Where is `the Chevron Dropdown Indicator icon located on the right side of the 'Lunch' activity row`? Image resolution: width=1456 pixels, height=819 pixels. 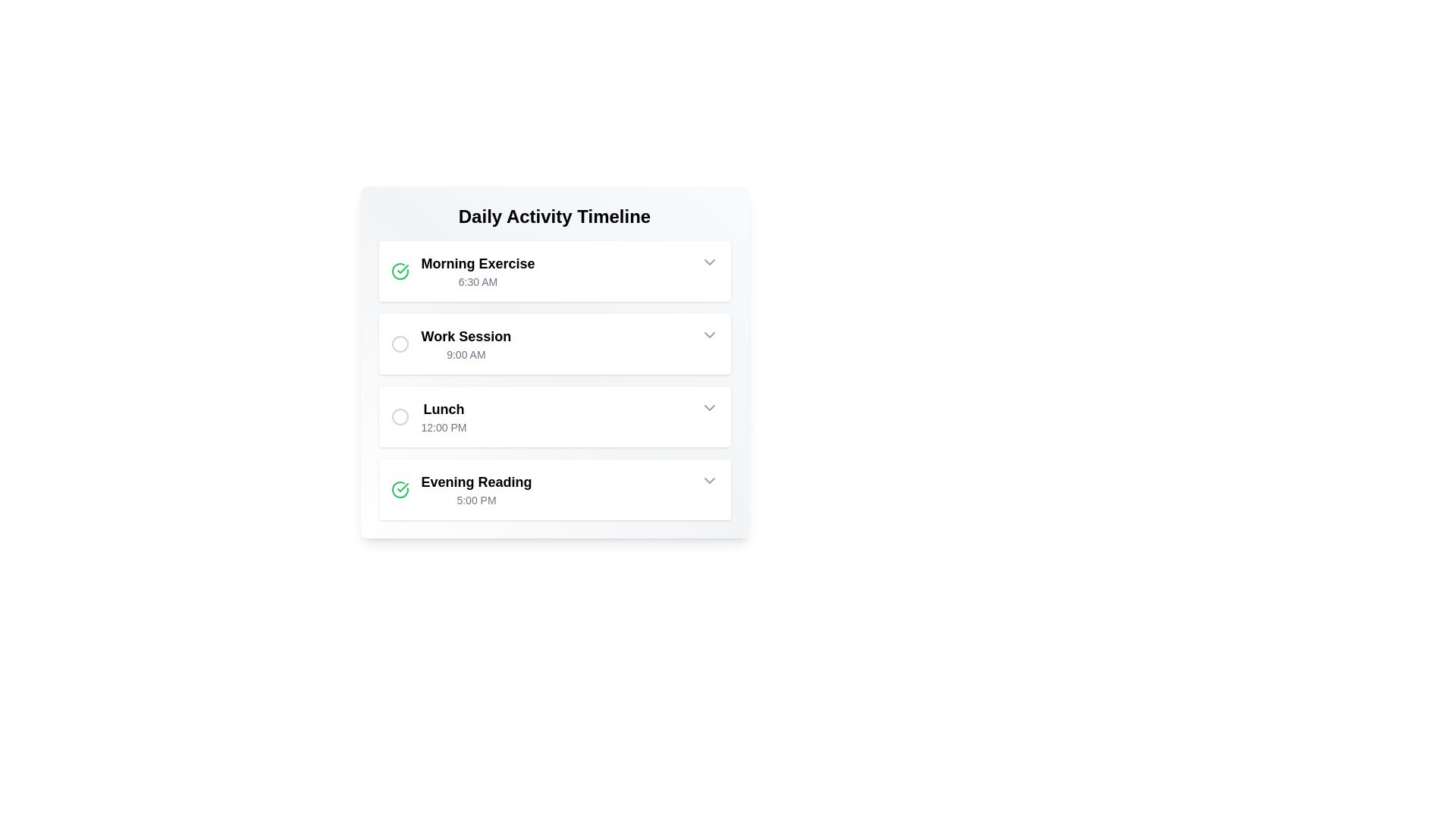
the Chevron Dropdown Indicator icon located on the right side of the 'Lunch' activity row is located at coordinates (708, 406).